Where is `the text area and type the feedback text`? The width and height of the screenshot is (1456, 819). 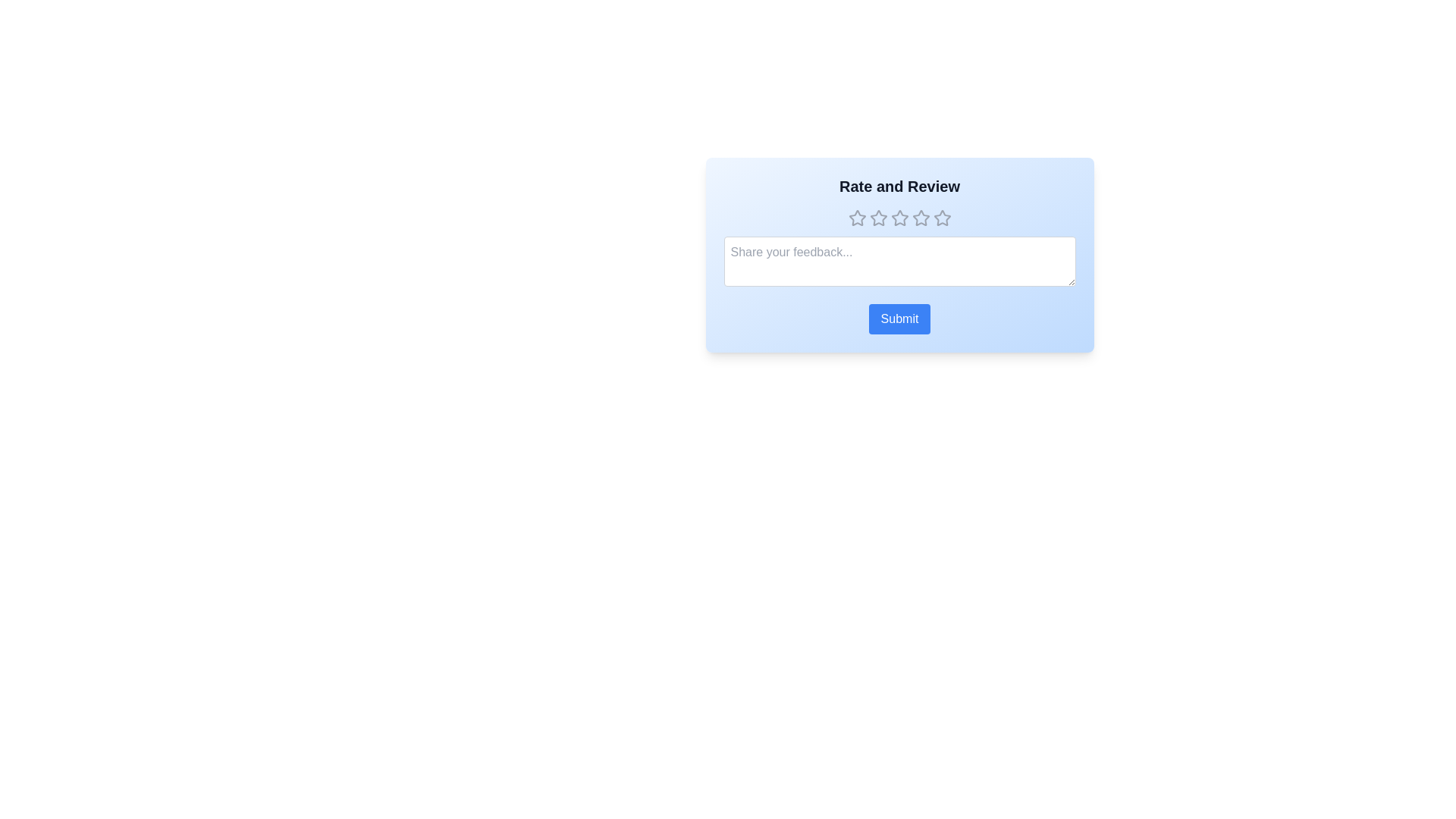 the text area and type the feedback text is located at coordinates (899, 260).